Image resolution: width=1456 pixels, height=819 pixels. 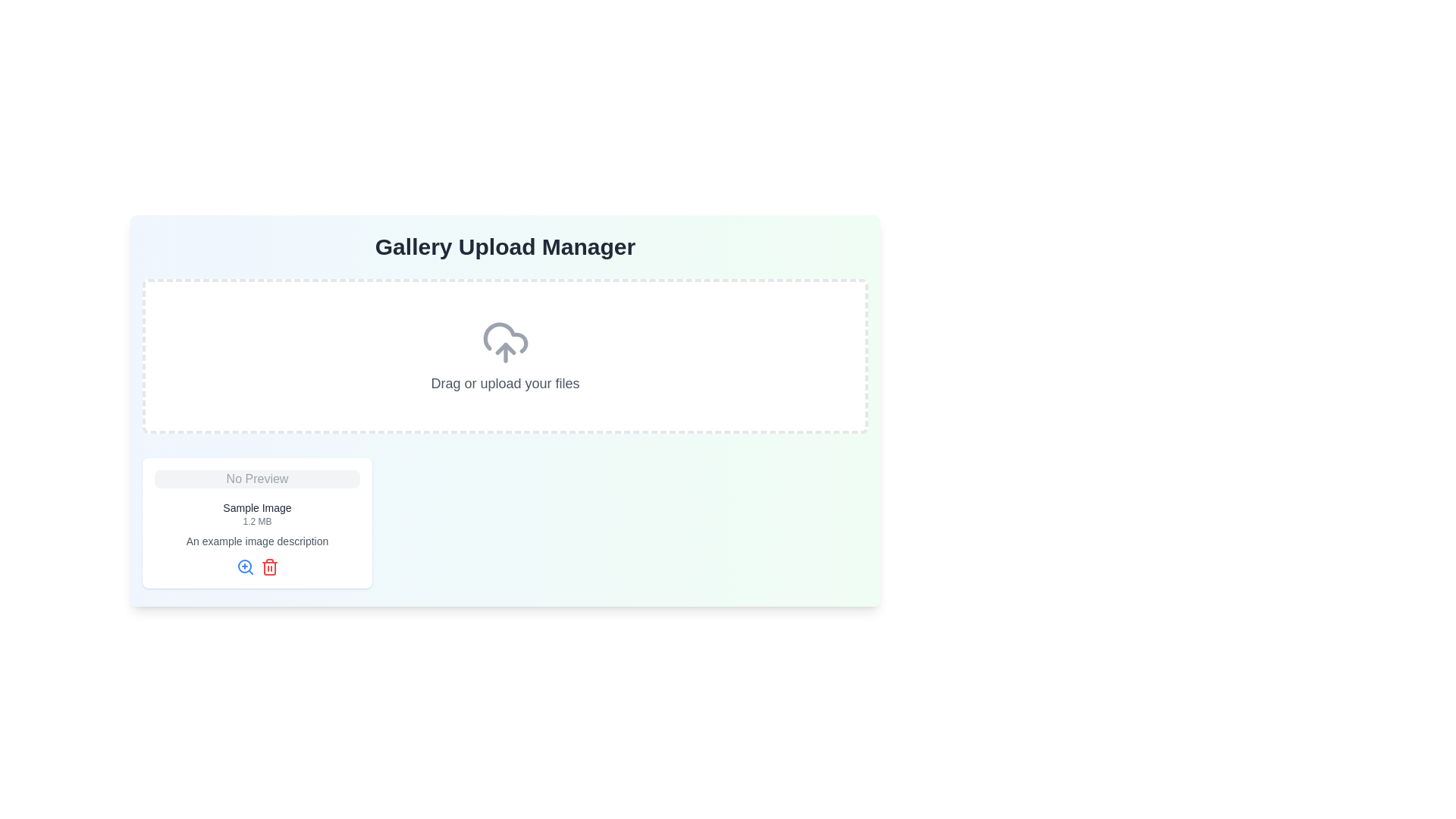 I want to click on the Drag-and-drop upload area element with a dashed border and a cloud icon, which is centrally located in the Gallery Upload Manager, to trigger potential visual feedback, so click(x=505, y=356).